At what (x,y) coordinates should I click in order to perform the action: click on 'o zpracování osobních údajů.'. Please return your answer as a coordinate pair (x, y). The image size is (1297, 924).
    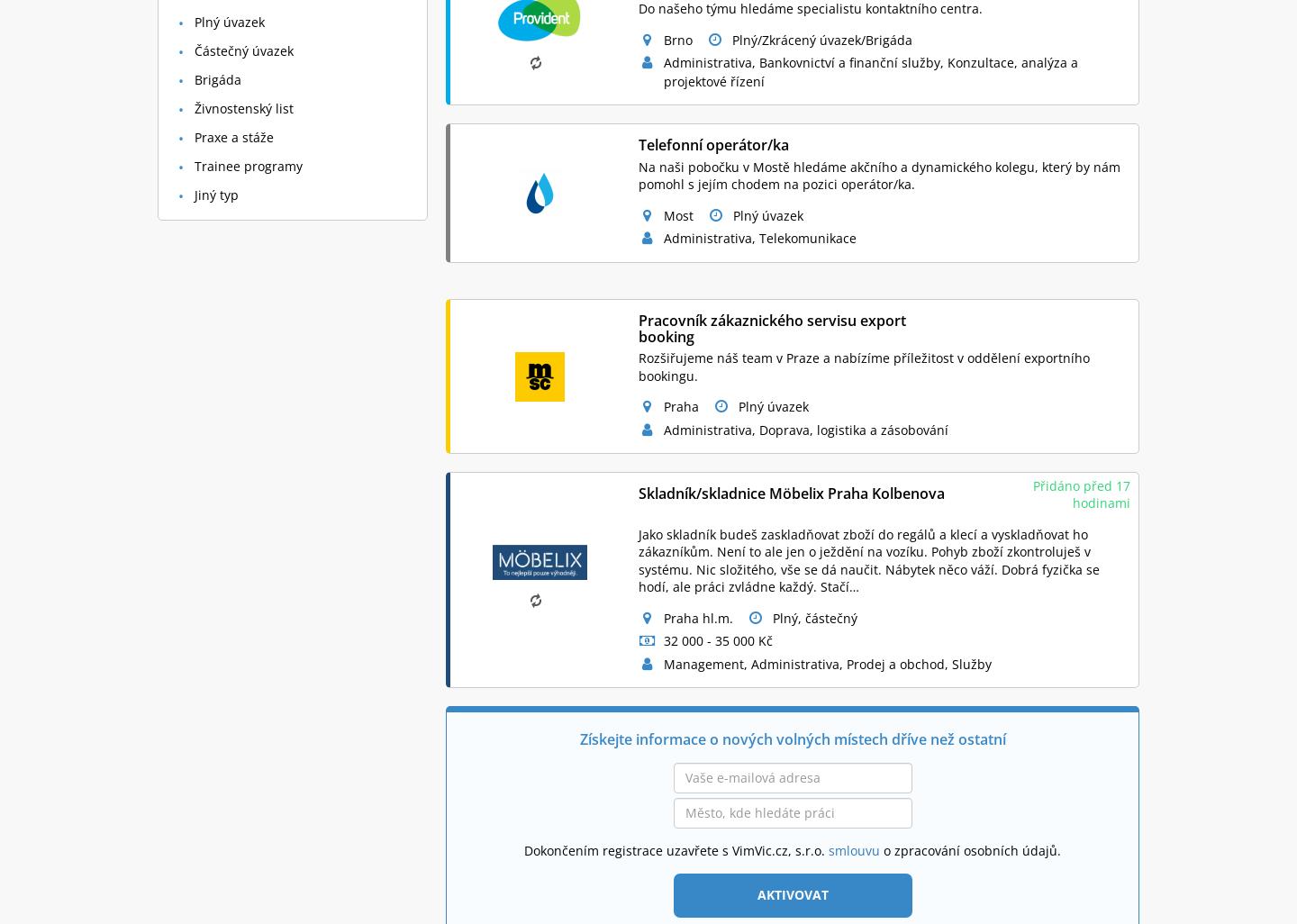
    Looking at the image, I should click on (970, 849).